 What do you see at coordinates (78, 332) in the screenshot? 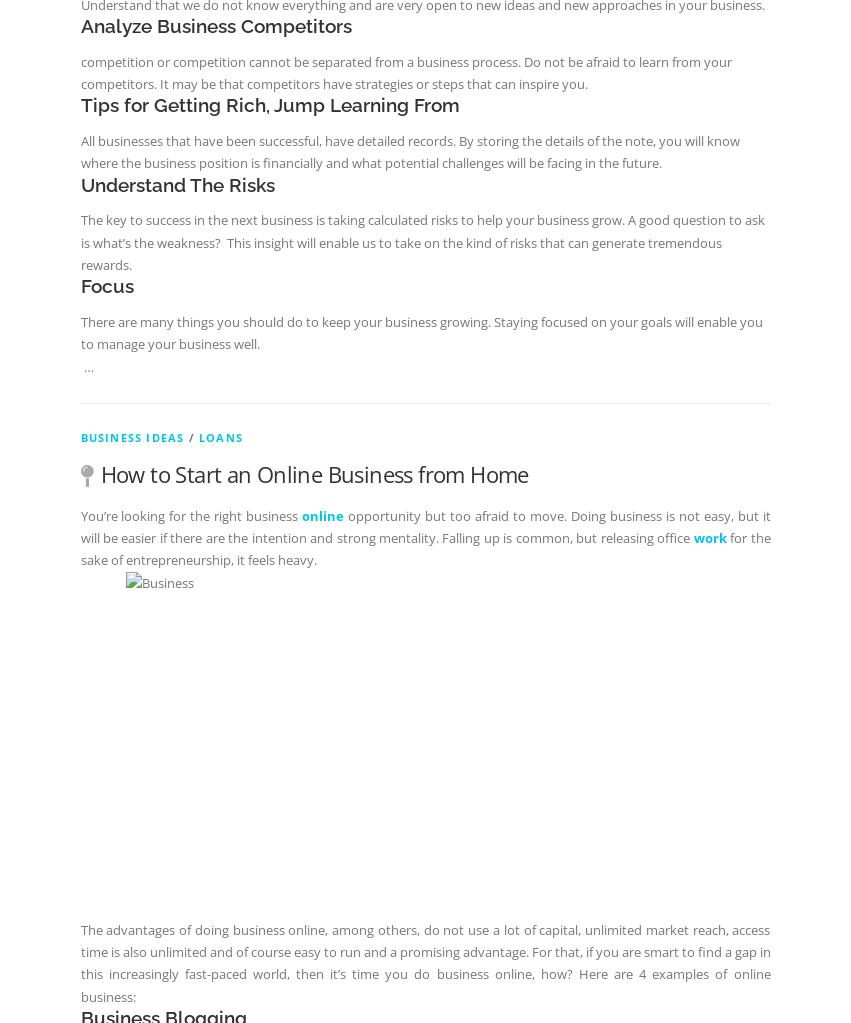
I see `'There are many things you should do to keep your business growing. Staying focused on your goals will enable you to manage your business well.'` at bounding box center [78, 332].